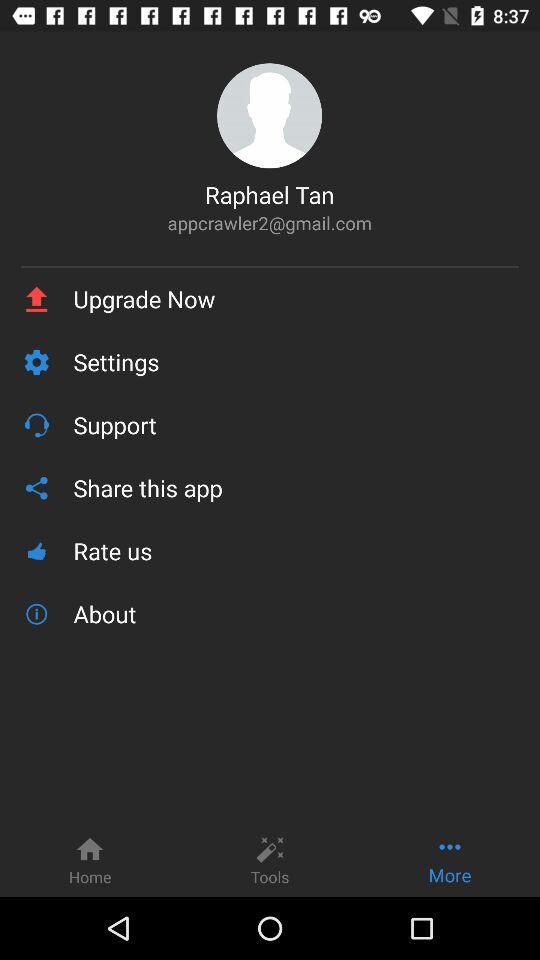 The height and width of the screenshot is (960, 540). I want to click on the icon below rate us icon, so click(295, 613).